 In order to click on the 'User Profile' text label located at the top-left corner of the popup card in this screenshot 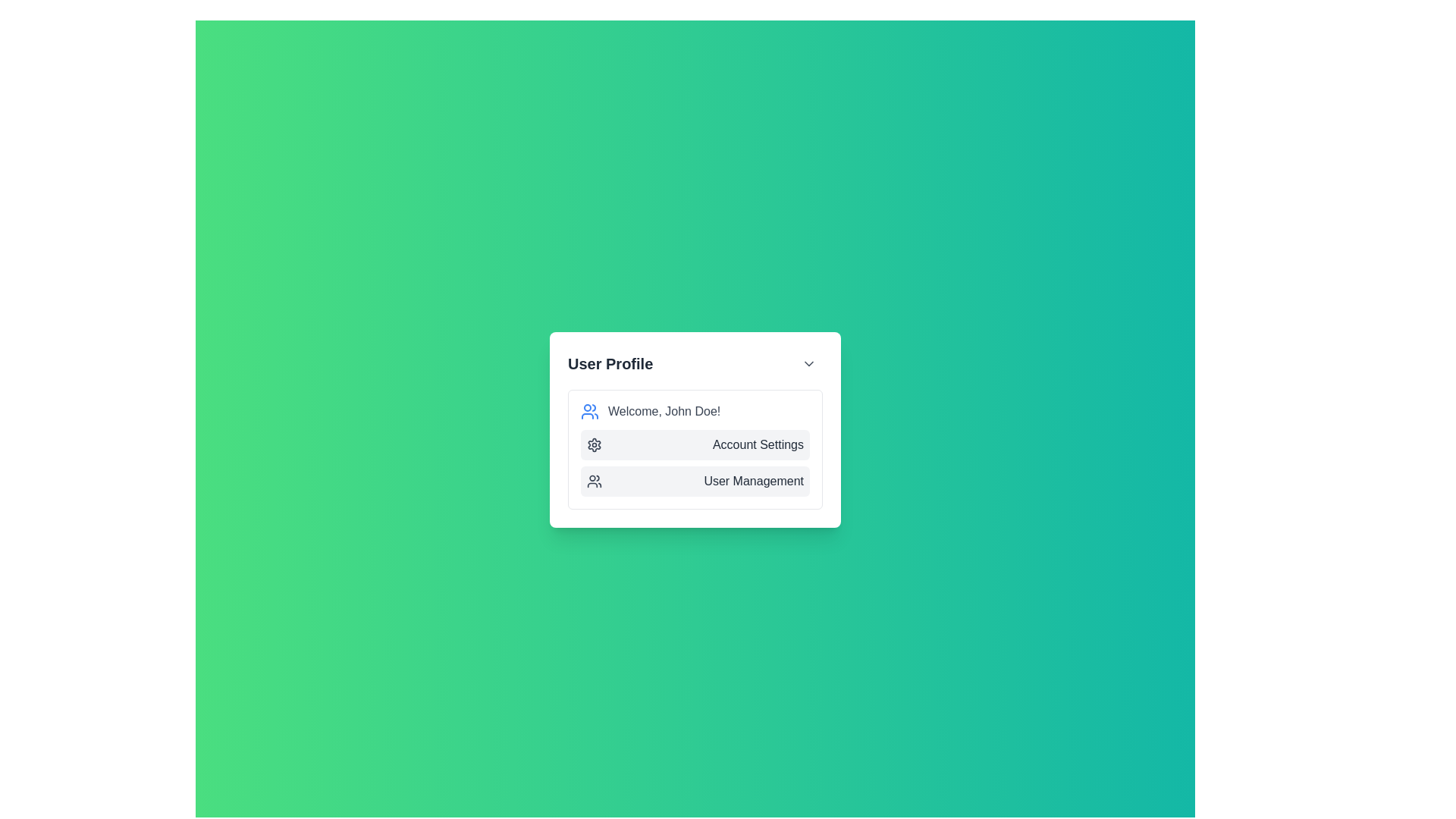, I will do `click(610, 363)`.